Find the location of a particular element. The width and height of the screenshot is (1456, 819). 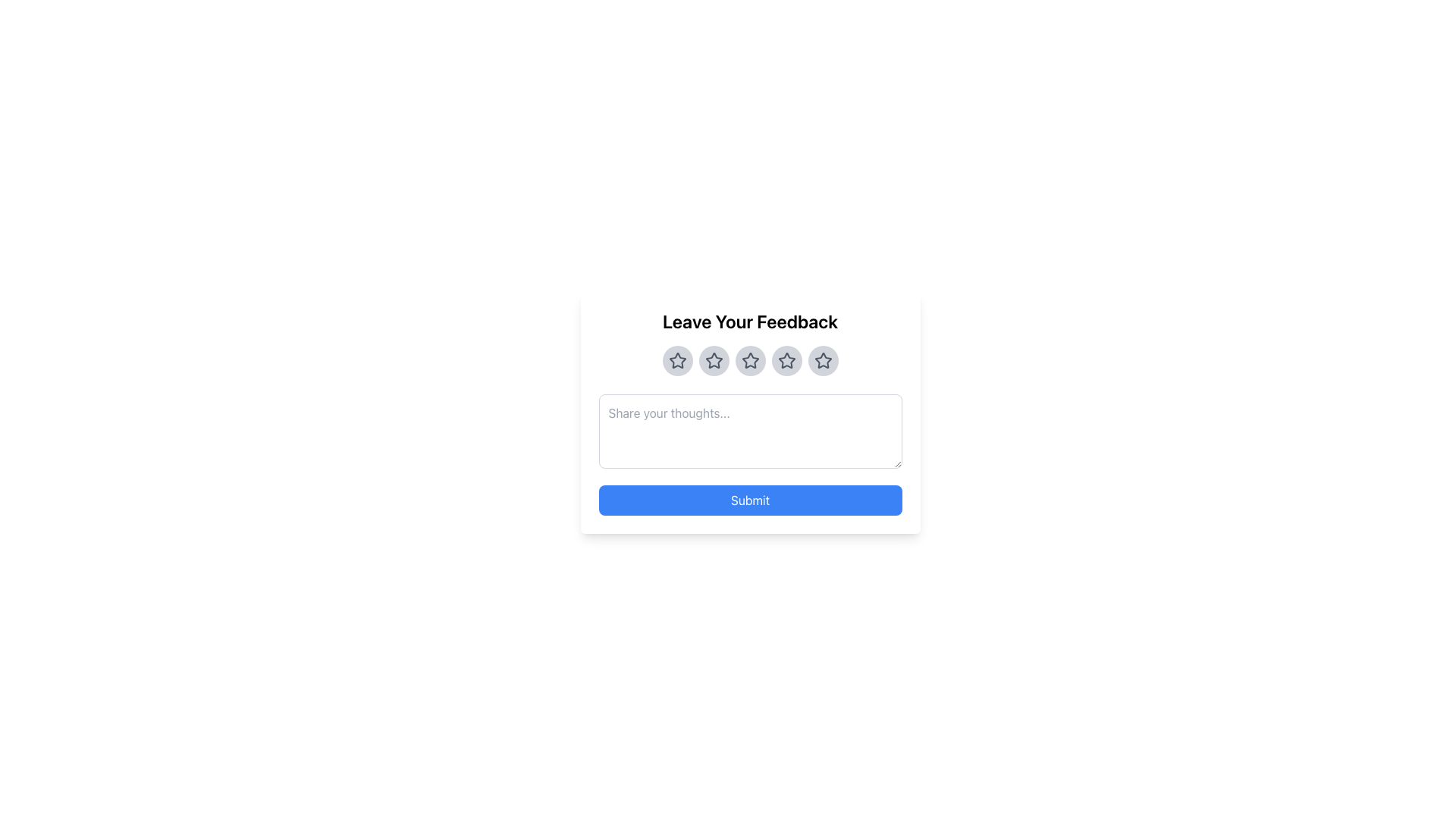

the bold text element reading 'Leave Your Feedback' located at the top of the feedback form is located at coordinates (750, 321).